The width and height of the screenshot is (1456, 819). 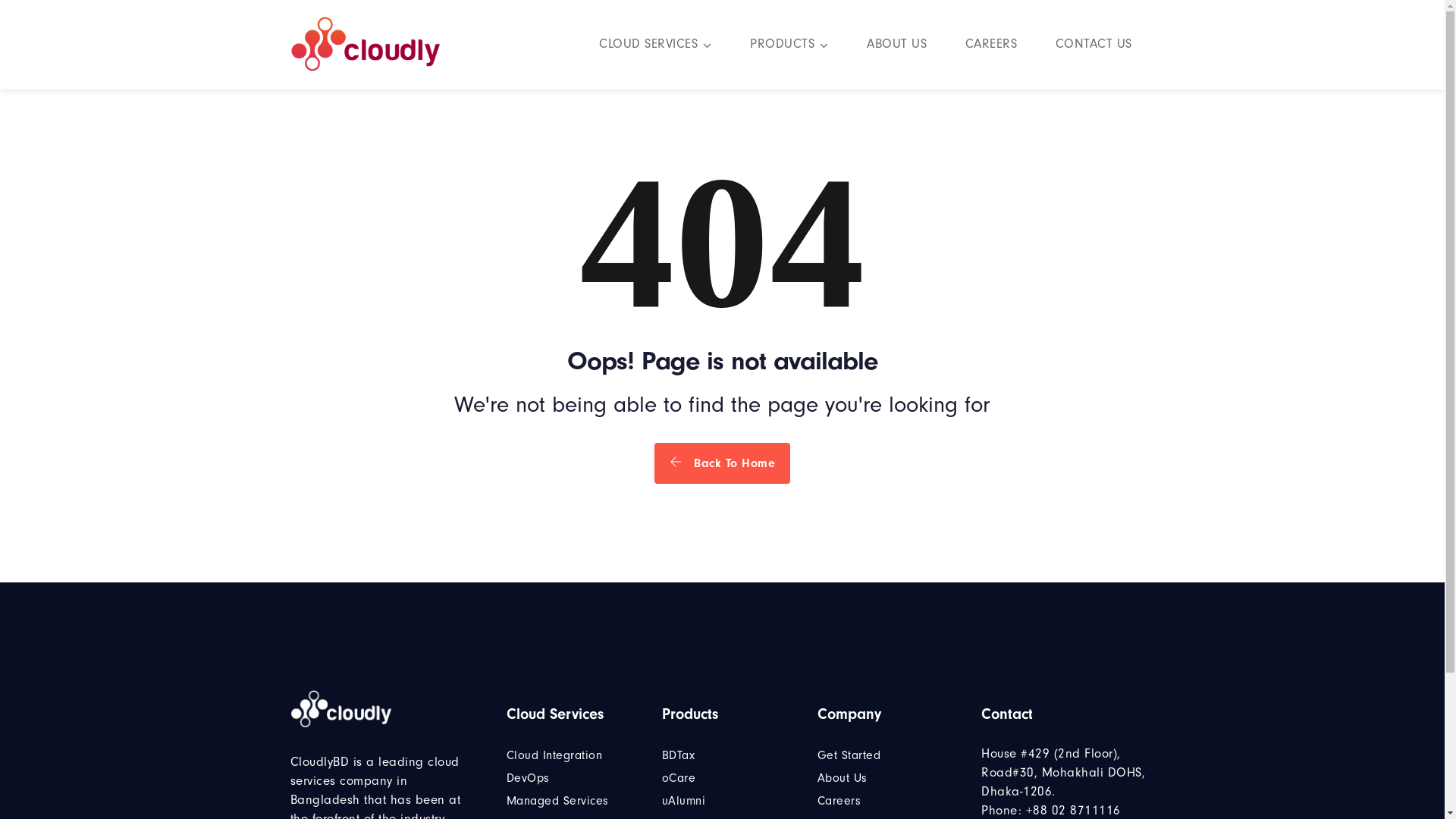 What do you see at coordinates (654, 462) in the screenshot?
I see `'Back To Home'` at bounding box center [654, 462].